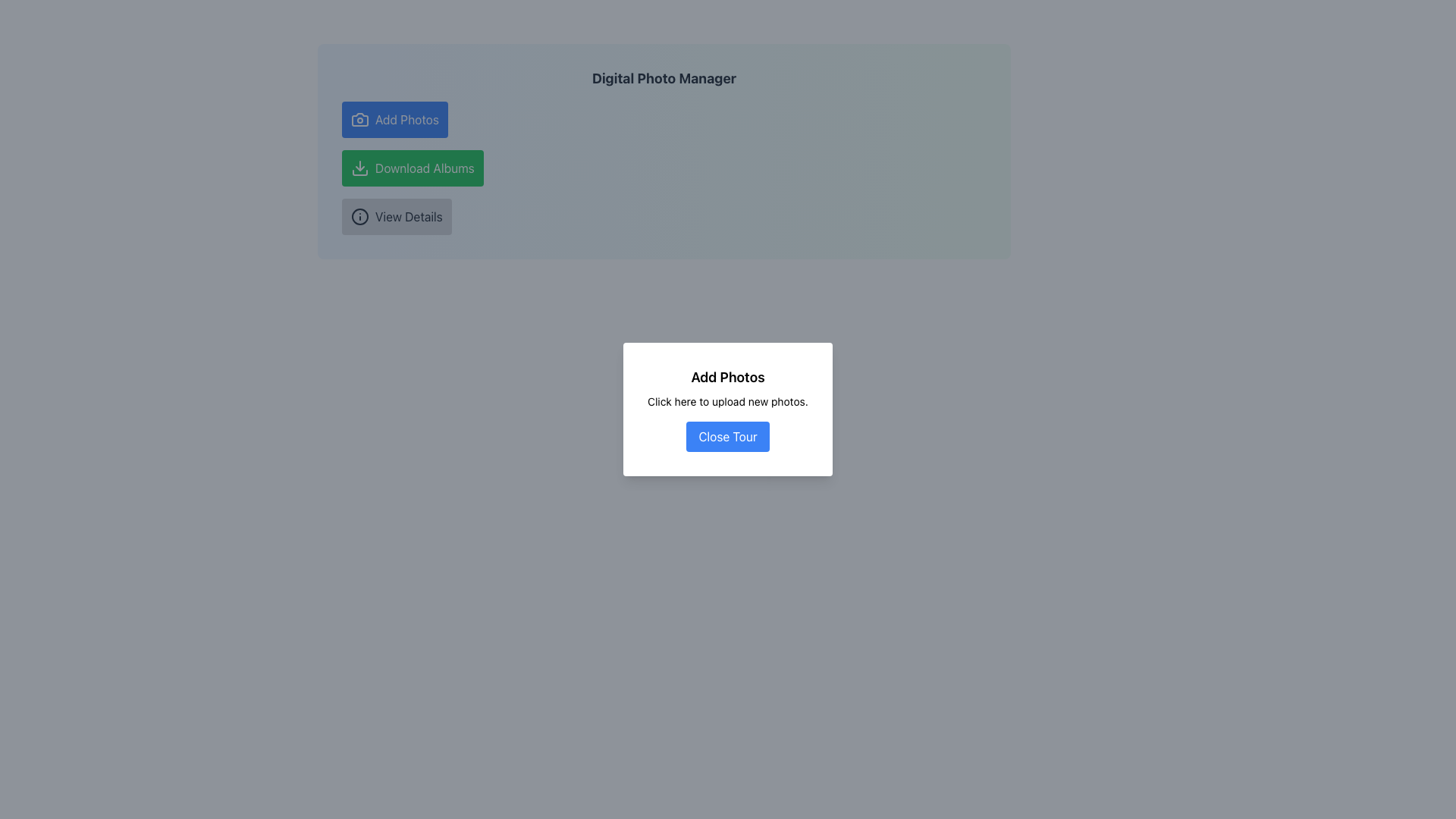 This screenshot has height=819, width=1456. Describe the element at coordinates (409, 216) in the screenshot. I see `the text label 'View Details' located within a button with a grayish background and rounded corners, positioned below the green 'Download Albums' button` at that location.